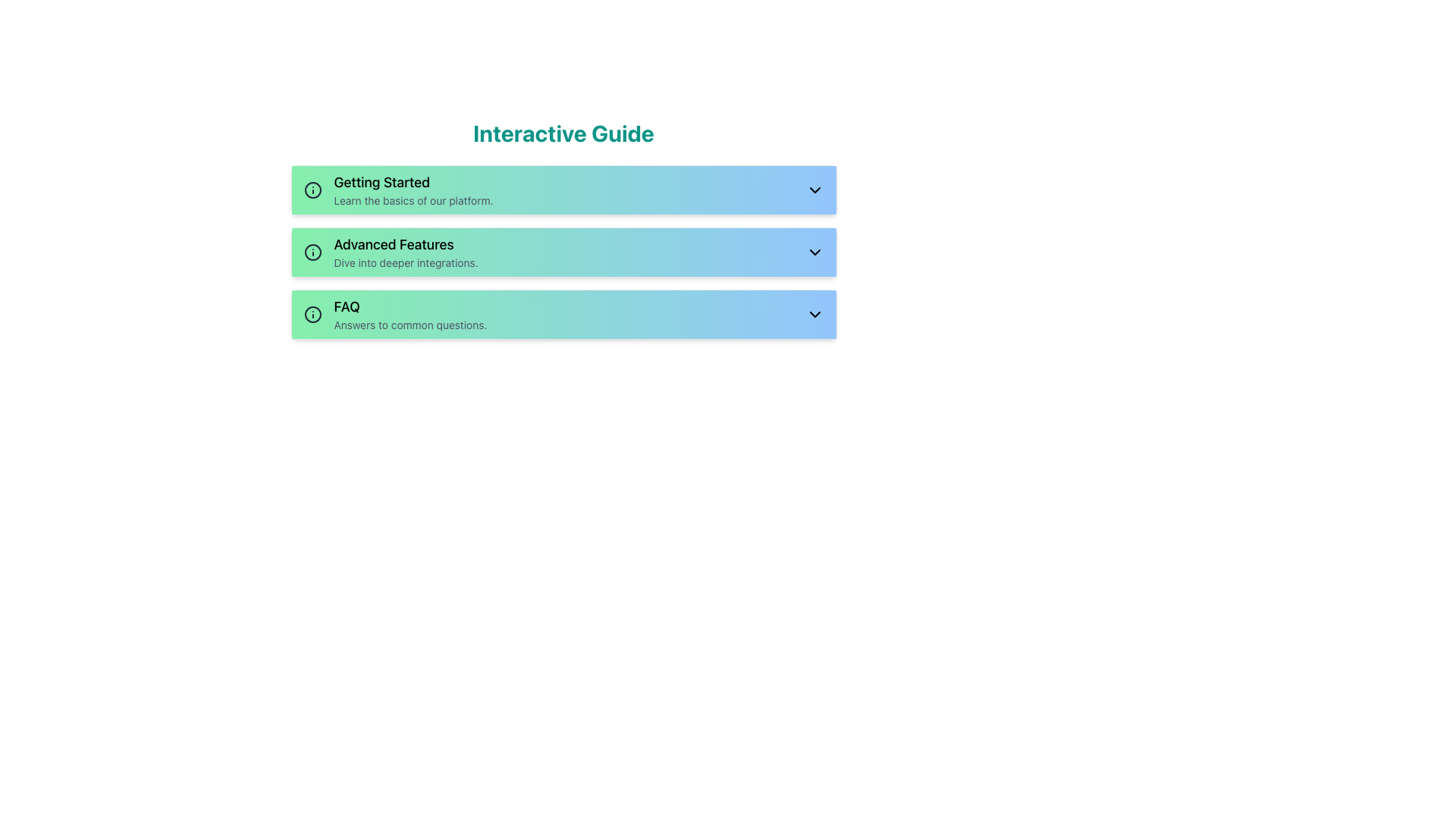  What do you see at coordinates (814, 251) in the screenshot?
I see `the chevron icon located near the right edge of the 'Advanced Features' section` at bounding box center [814, 251].